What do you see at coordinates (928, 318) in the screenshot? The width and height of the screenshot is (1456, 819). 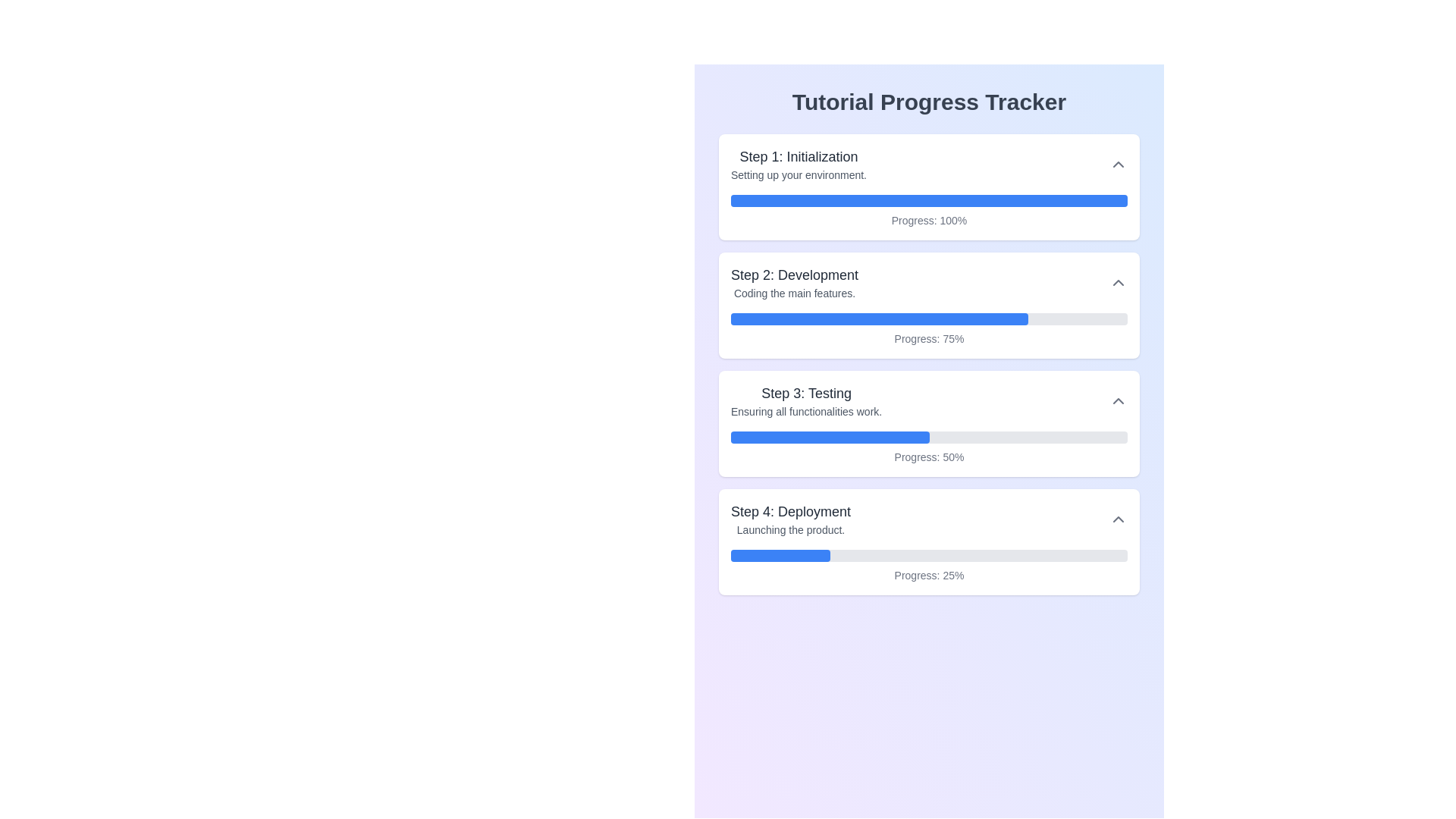 I see `the Progress Bar indicating the completion status for 'Step 2: Development', which is located under the section title and above the text label stating 'Progress: 75%'` at bounding box center [928, 318].